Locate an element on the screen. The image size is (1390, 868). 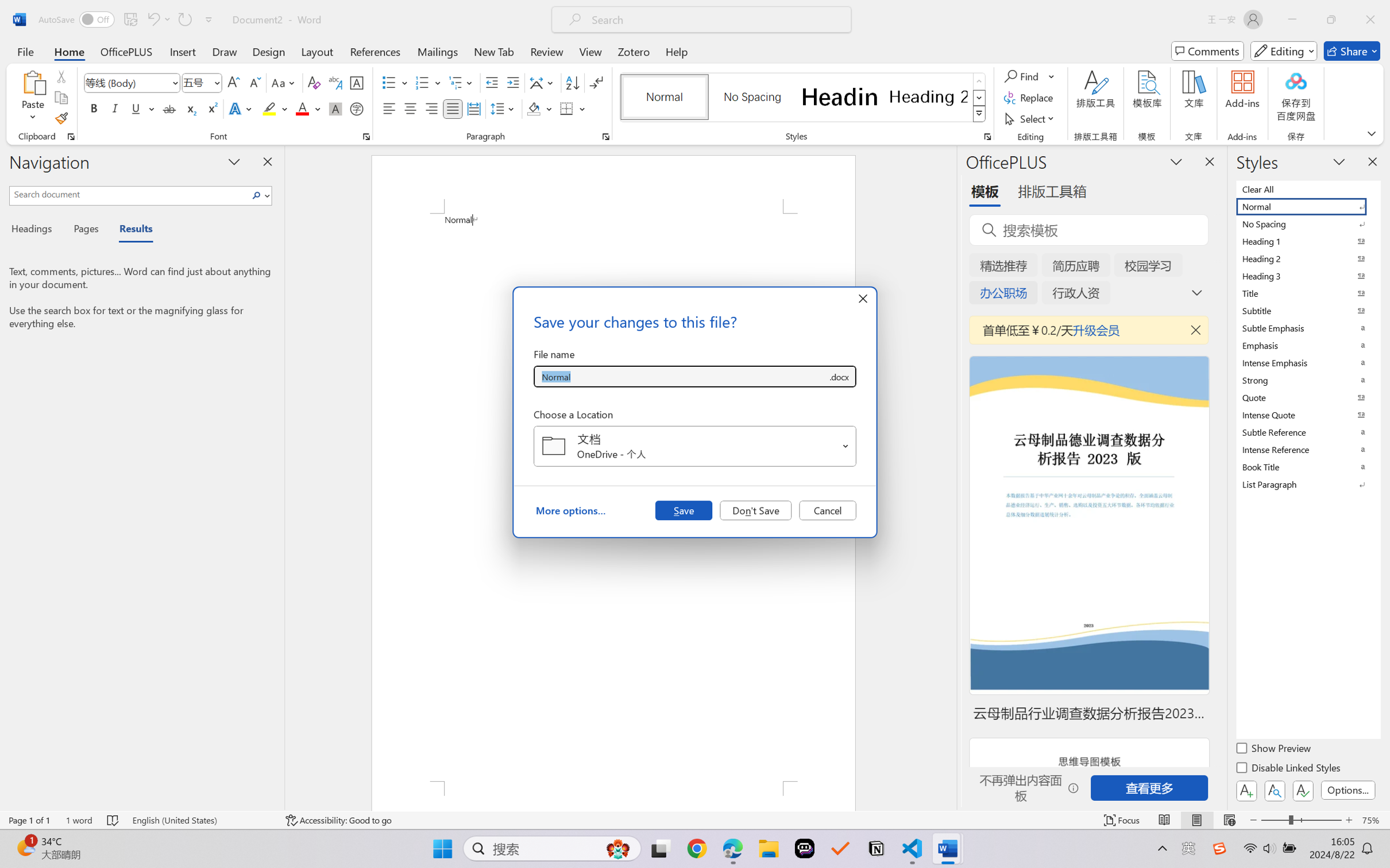
'Pages' is located at coordinates (84, 230).